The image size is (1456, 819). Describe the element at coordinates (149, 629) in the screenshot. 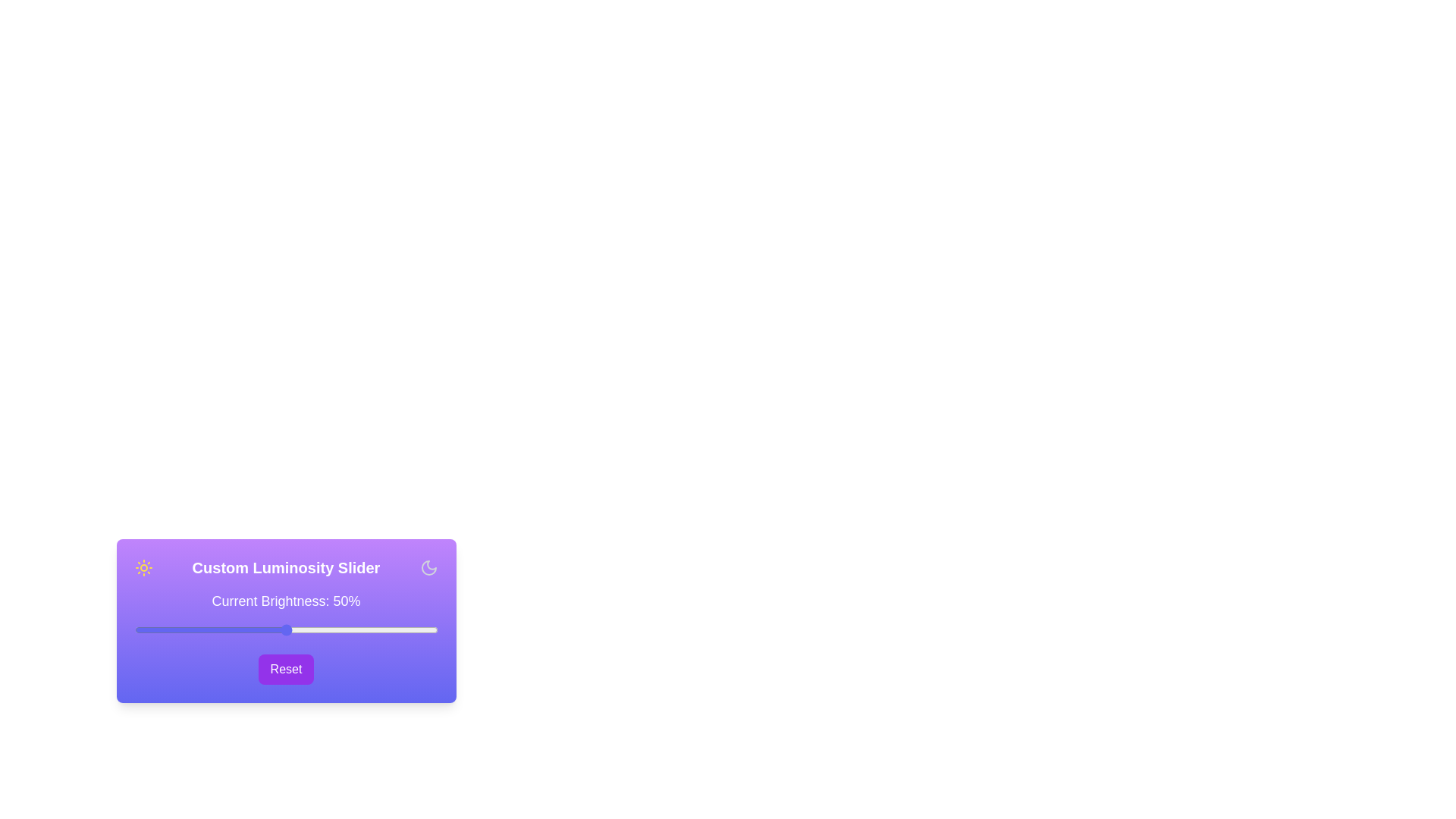

I see `brightness` at that location.